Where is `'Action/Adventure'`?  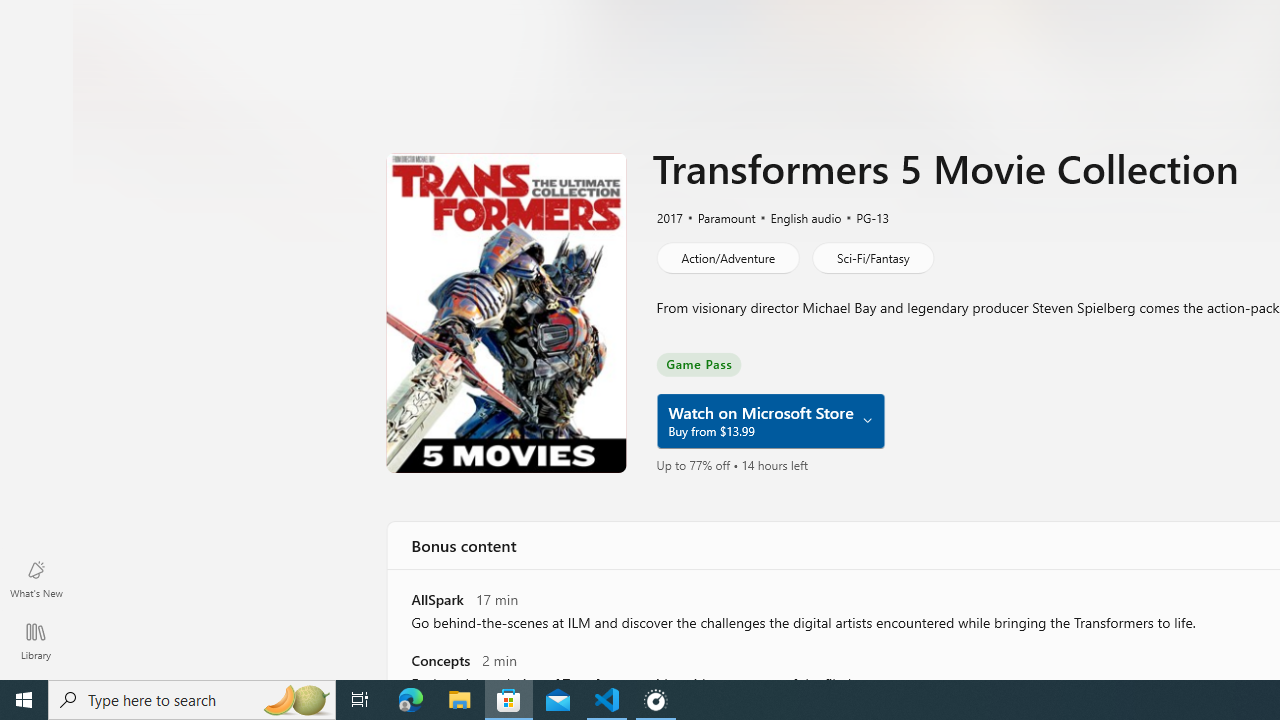
'Action/Adventure' is located at coordinates (726, 257).